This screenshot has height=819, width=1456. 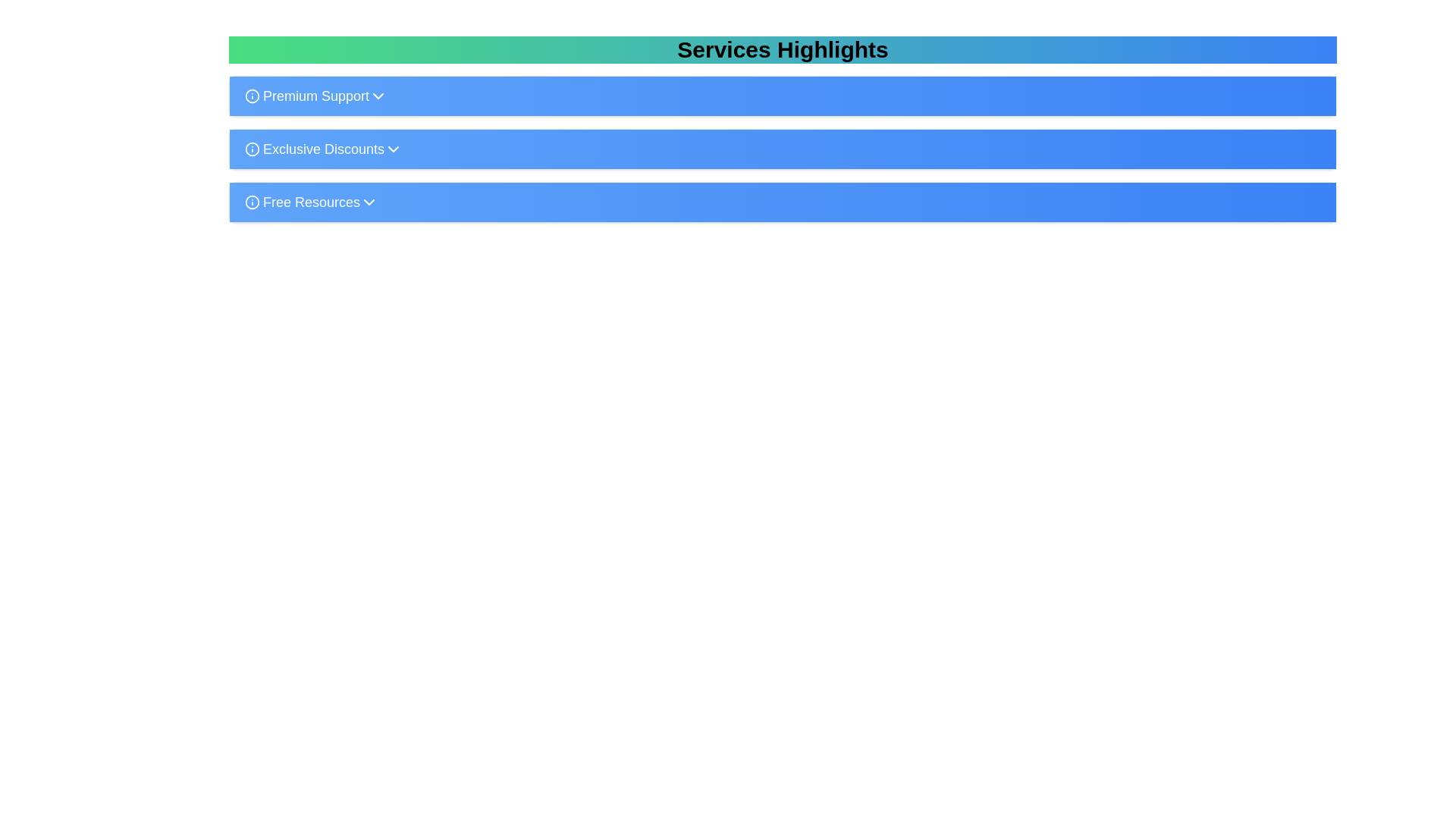 I want to click on the text label heading reading 'Exclusive Discounts', which is centrally located within a blue background area and styled with a medium font size, positioned after 'Premium Support' and before 'Free Resources', so click(x=314, y=149).